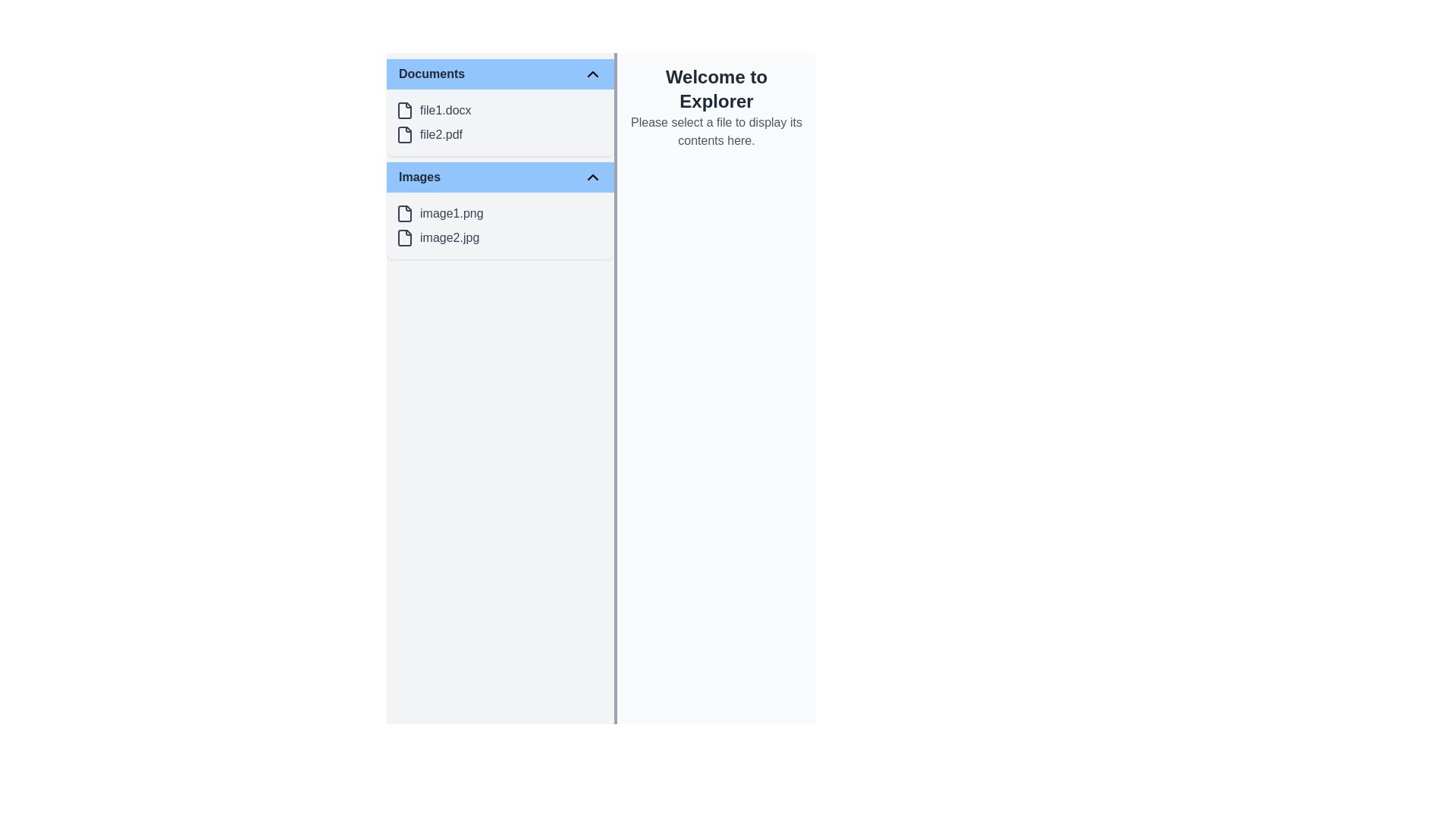  Describe the element at coordinates (592, 177) in the screenshot. I see `the chevron icon button located to the right of the 'Images' text in the header section of the 'Images' folder block` at that location.